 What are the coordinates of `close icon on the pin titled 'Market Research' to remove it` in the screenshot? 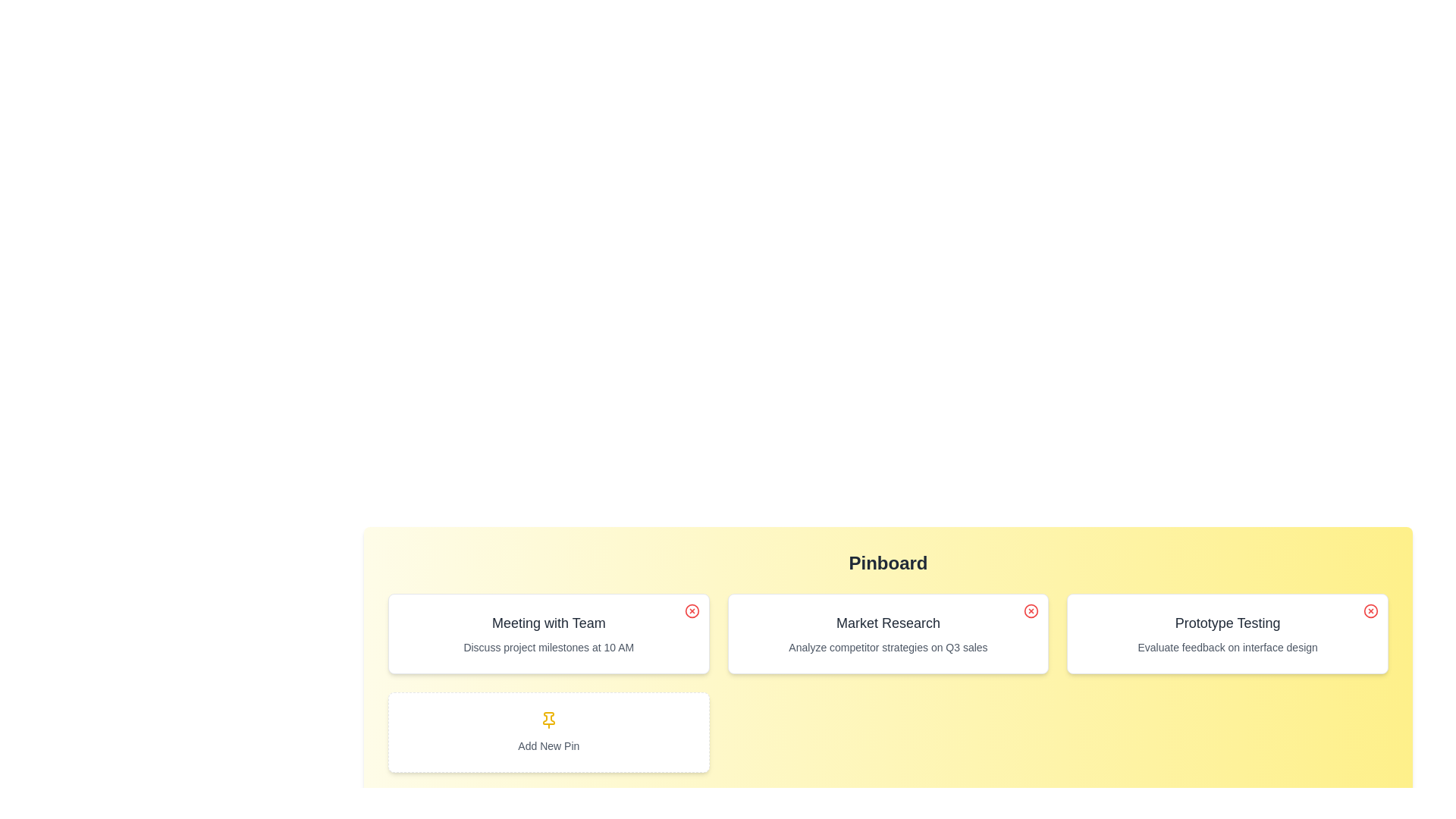 It's located at (1031, 610).